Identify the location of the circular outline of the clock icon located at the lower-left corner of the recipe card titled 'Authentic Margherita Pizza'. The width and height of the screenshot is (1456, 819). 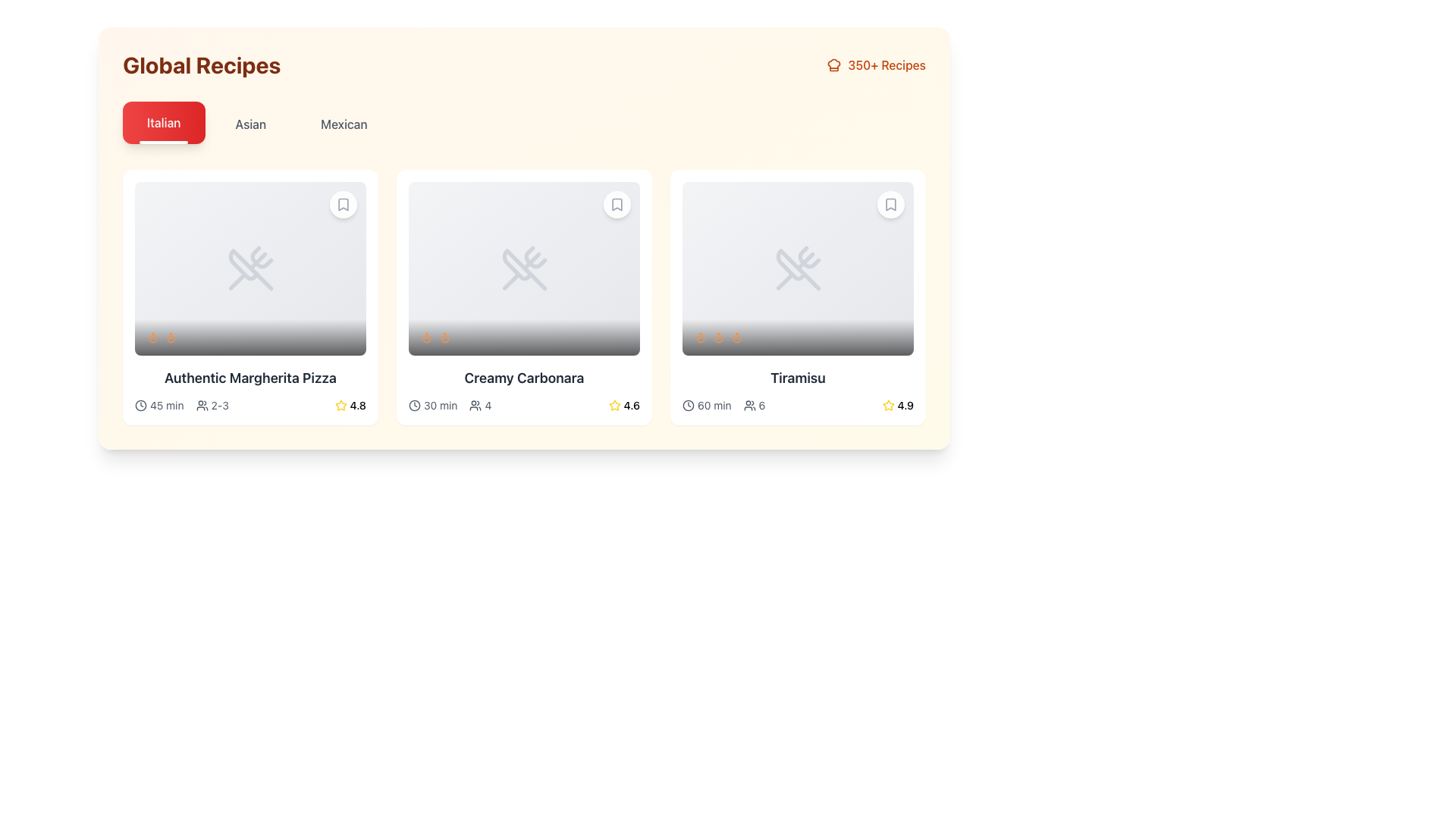
(141, 404).